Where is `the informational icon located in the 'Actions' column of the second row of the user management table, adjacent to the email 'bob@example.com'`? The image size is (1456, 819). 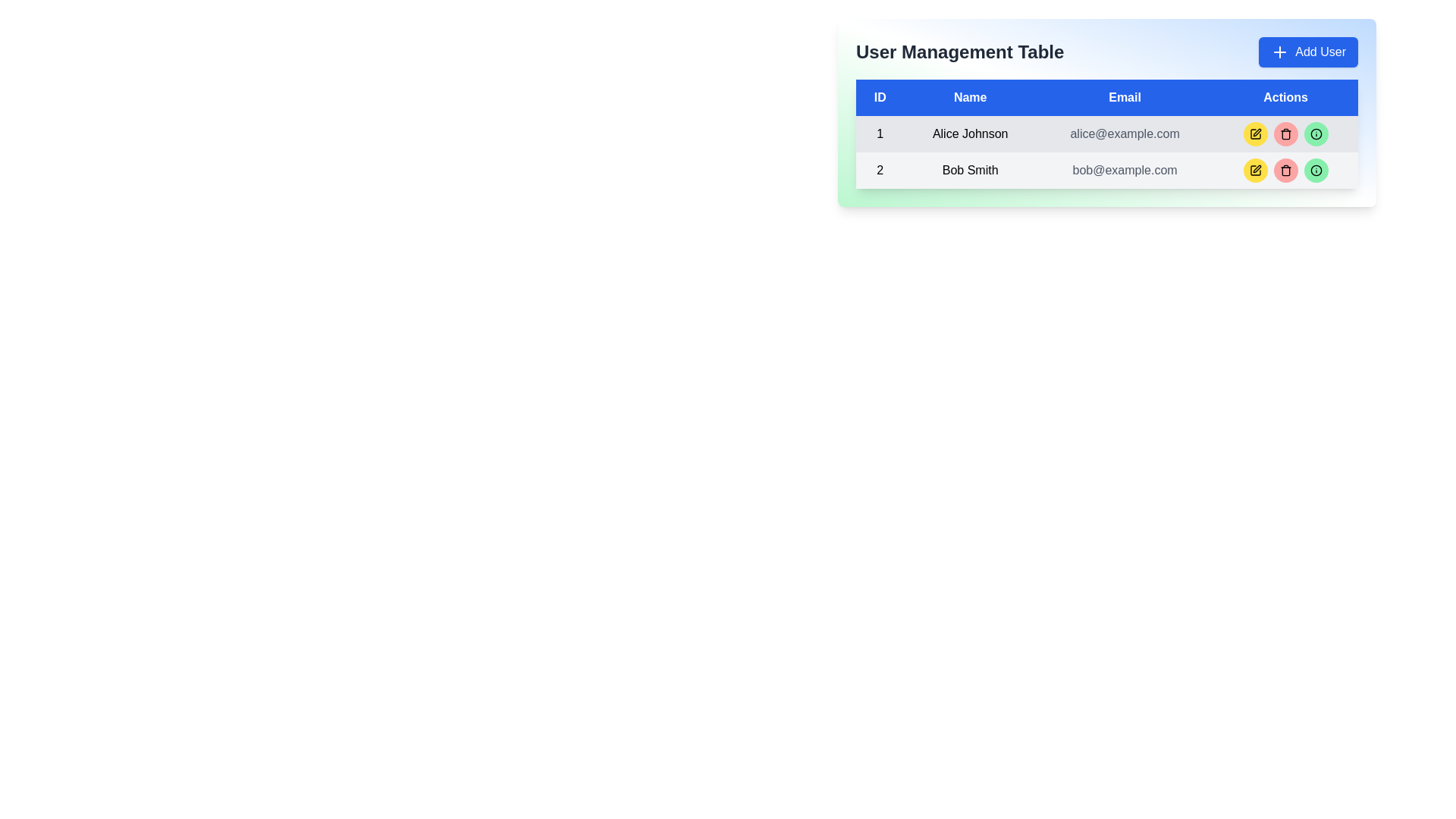 the informational icon located in the 'Actions' column of the second row of the user management table, adjacent to the email 'bob@example.com' is located at coordinates (1315, 170).